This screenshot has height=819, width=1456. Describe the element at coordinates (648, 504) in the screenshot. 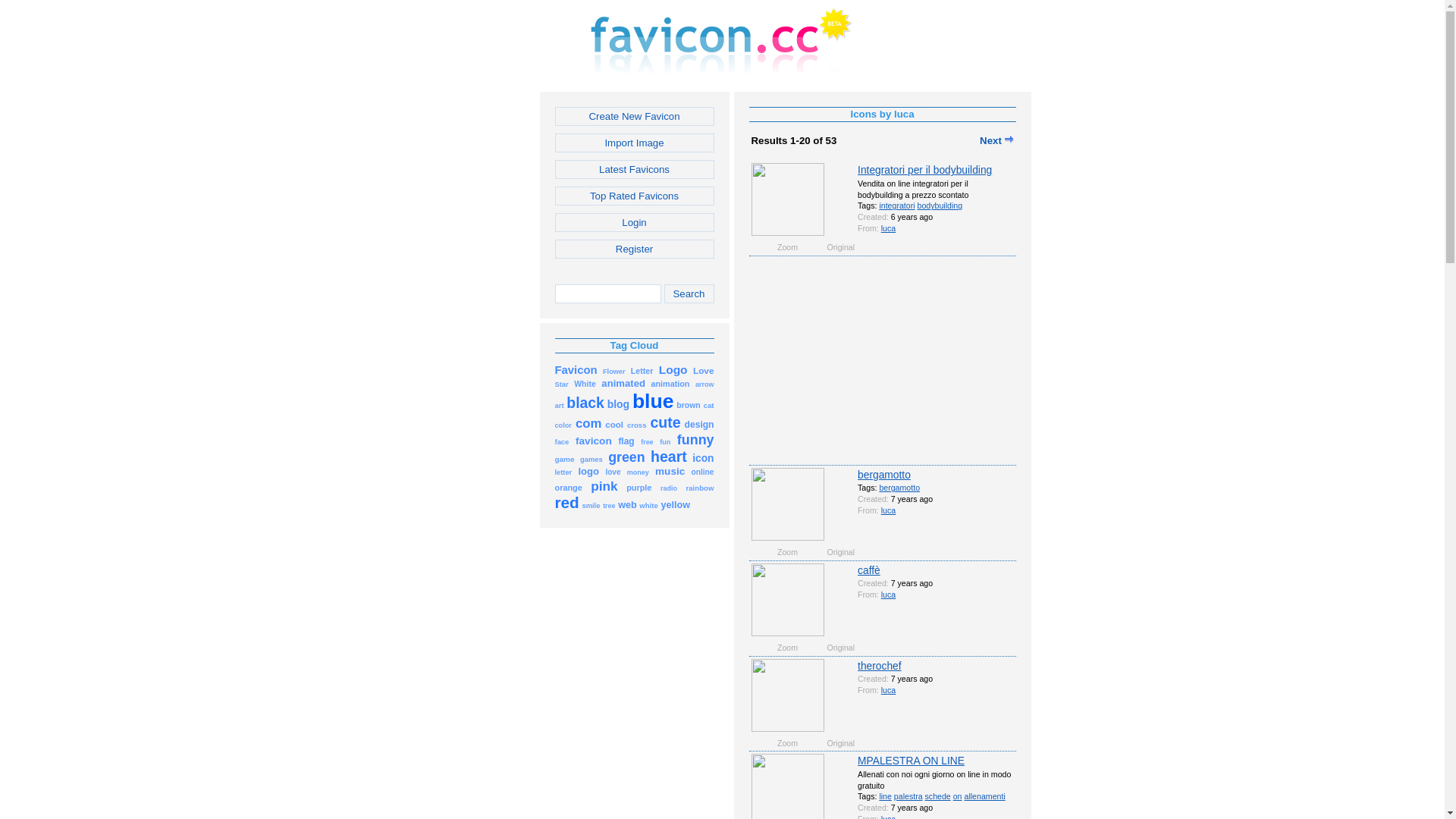

I see `'white'` at that location.